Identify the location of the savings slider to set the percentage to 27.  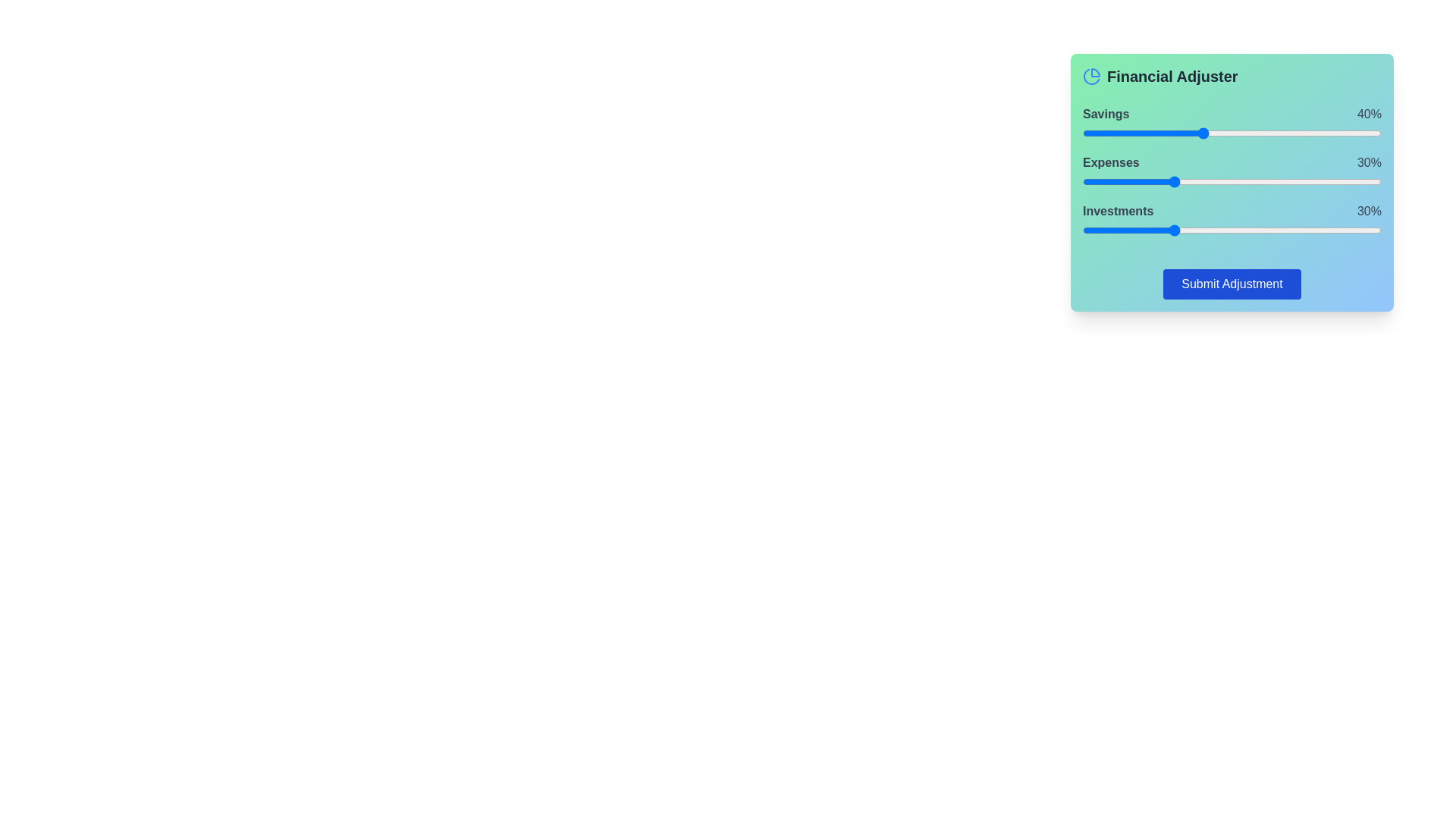
(1163, 133).